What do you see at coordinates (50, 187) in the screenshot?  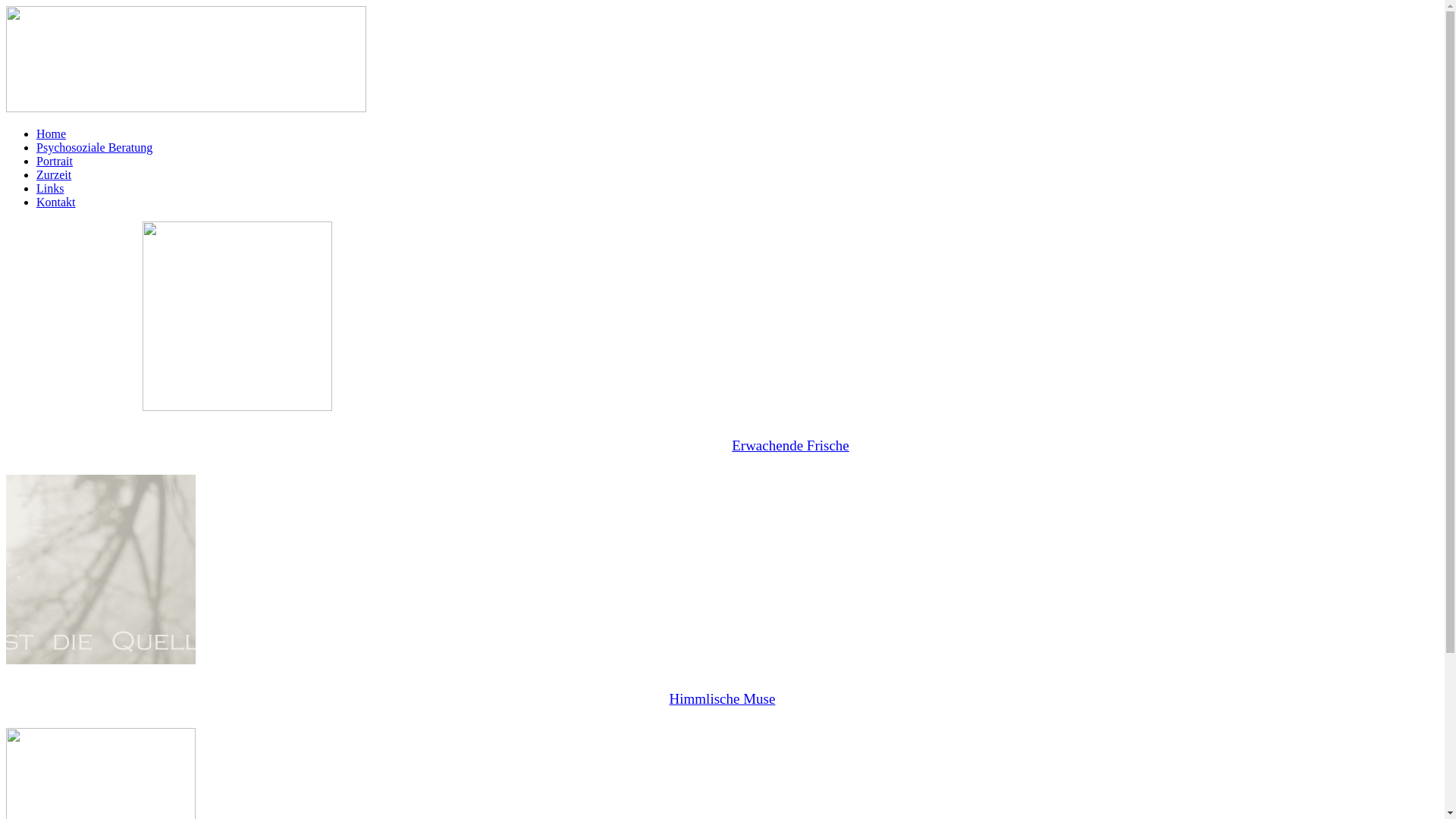 I see `'Links'` at bounding box center [50, 187].